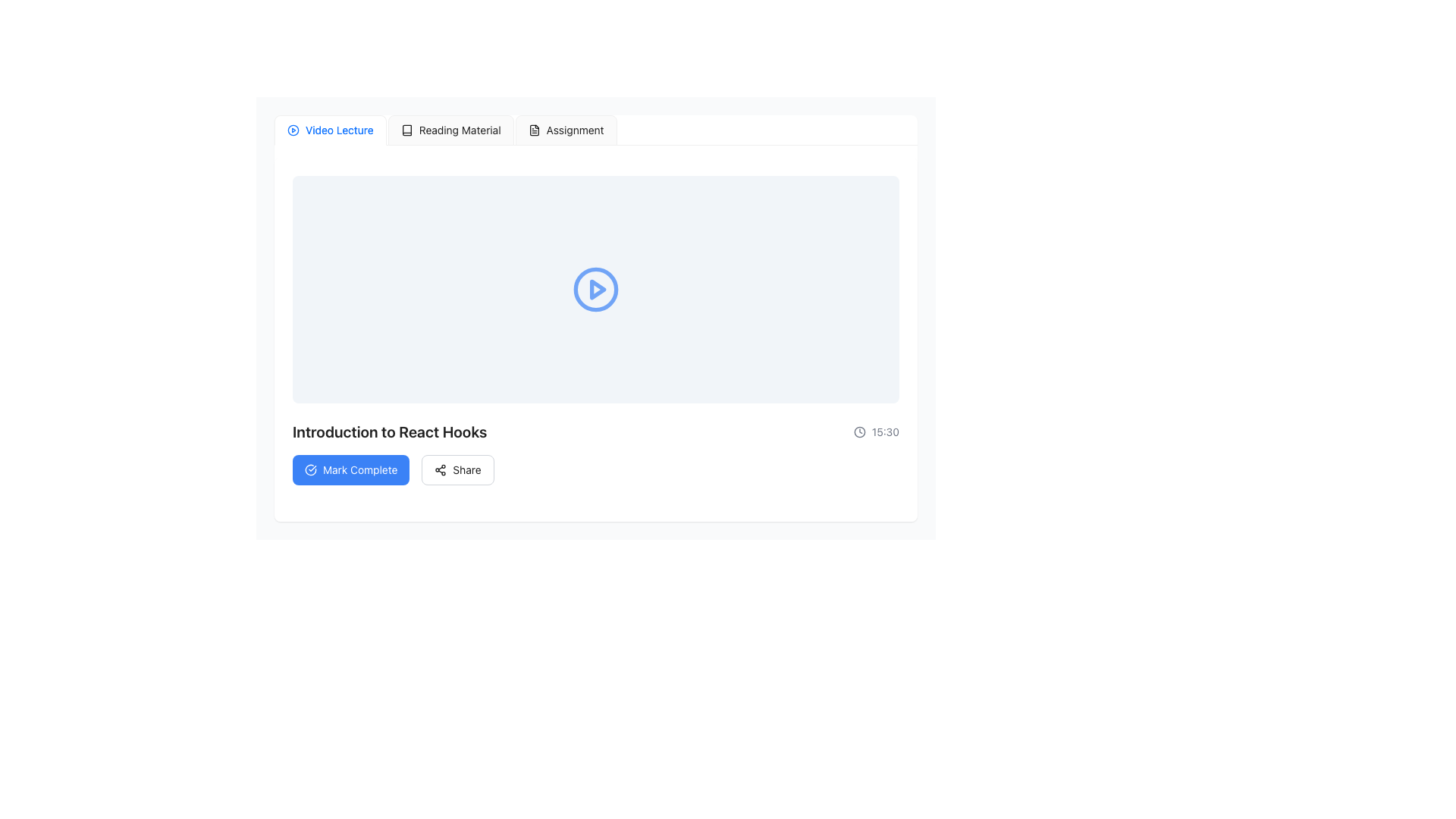 Image resolution: width=1456 pixels, height=819 pixels. Describe the element at coordinates (457, 469) in the screenshot. I see `the 'Share' button, which is a rectangular button with a light gray border and rounded corners, located at the bottom of the content section, to share the content` at that location.